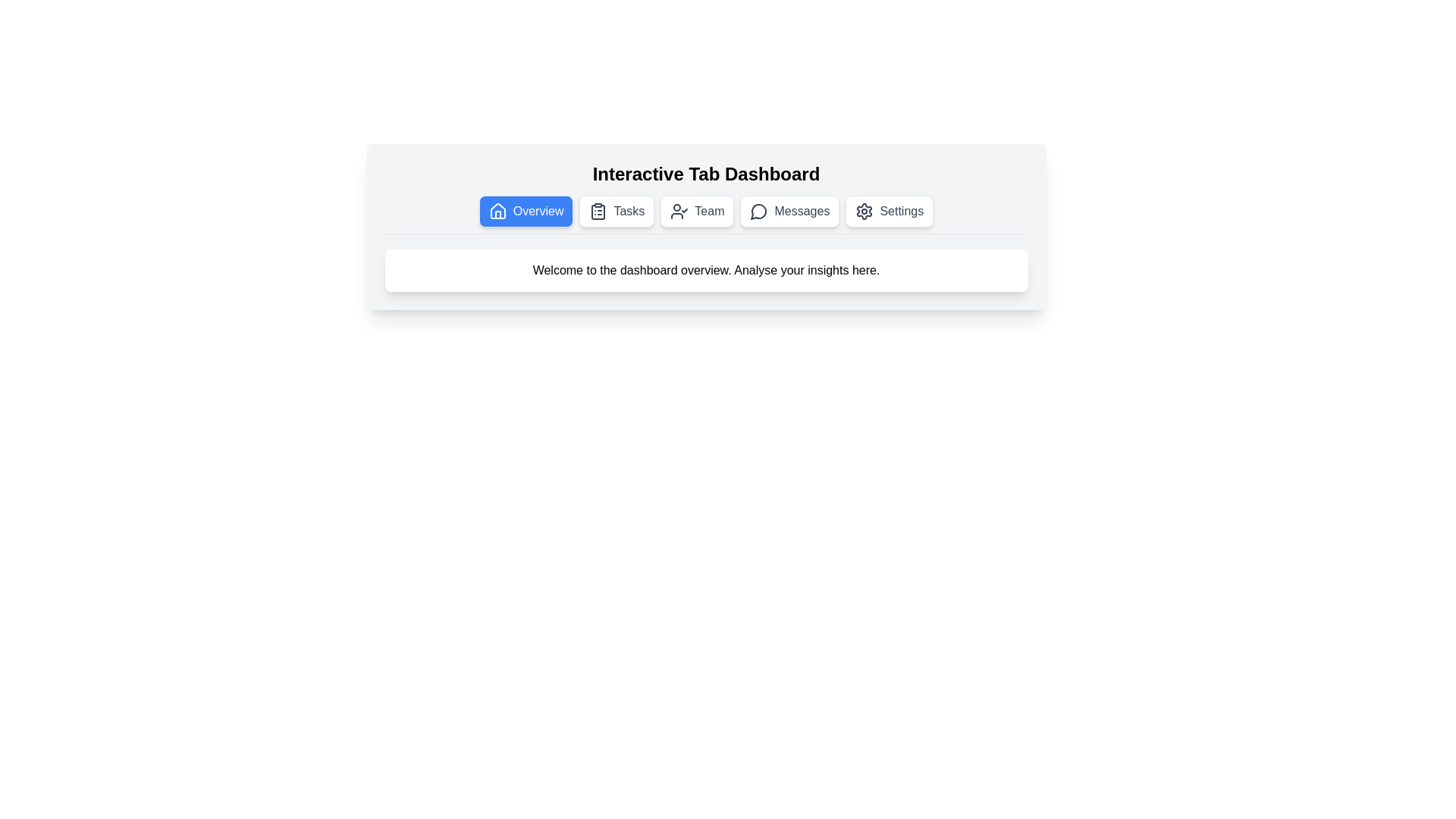 The image size is (1456, 819). What do you see at coordinates (705, 215) in the screenshot?
I see `the navigation bar containing buttons including 'Overview', 'Tasks', 'Team', 'Messages', and 'Settings' to observe visual feedback` at bounding box center [705, 215].